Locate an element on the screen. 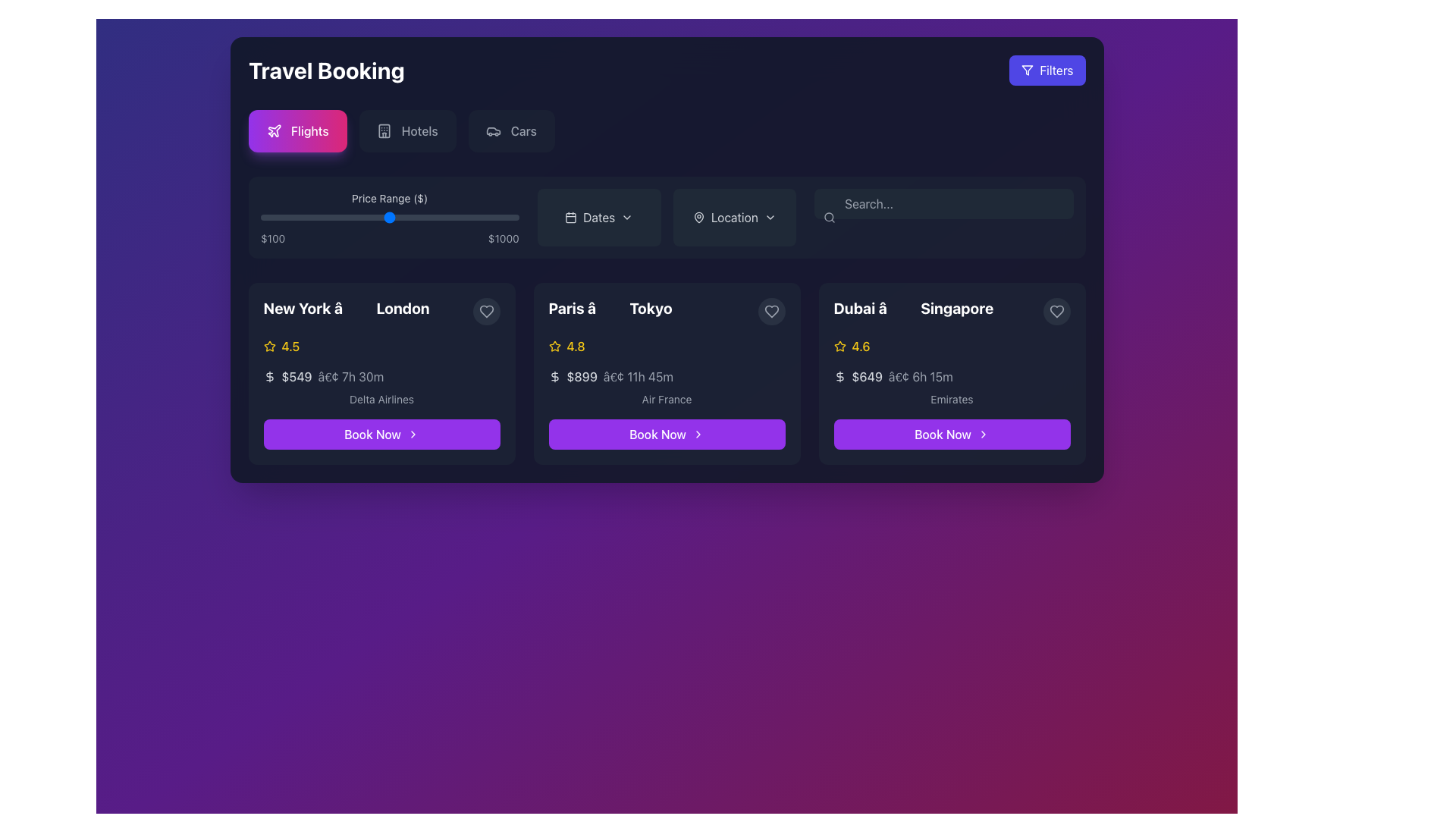  the price range is located at coordinates (481, 217).